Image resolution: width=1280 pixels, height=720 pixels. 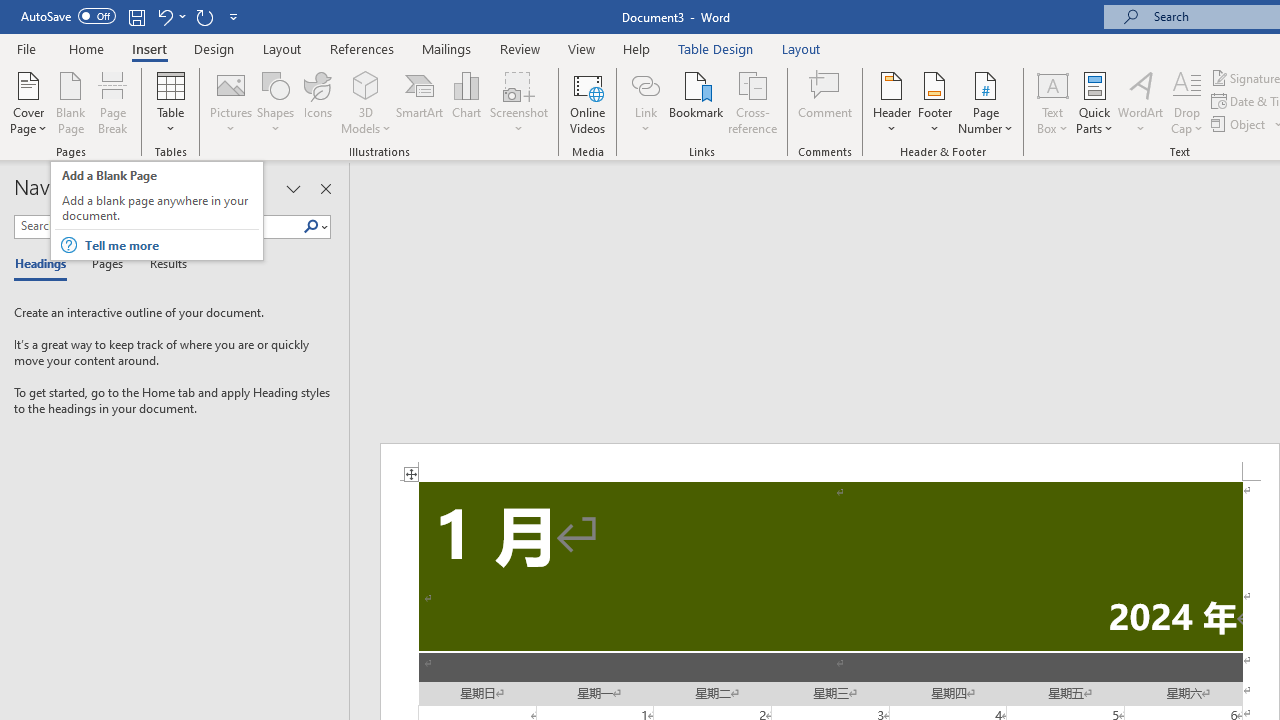 I want to click on 'Bookmark...', so click(x=696, y=103).